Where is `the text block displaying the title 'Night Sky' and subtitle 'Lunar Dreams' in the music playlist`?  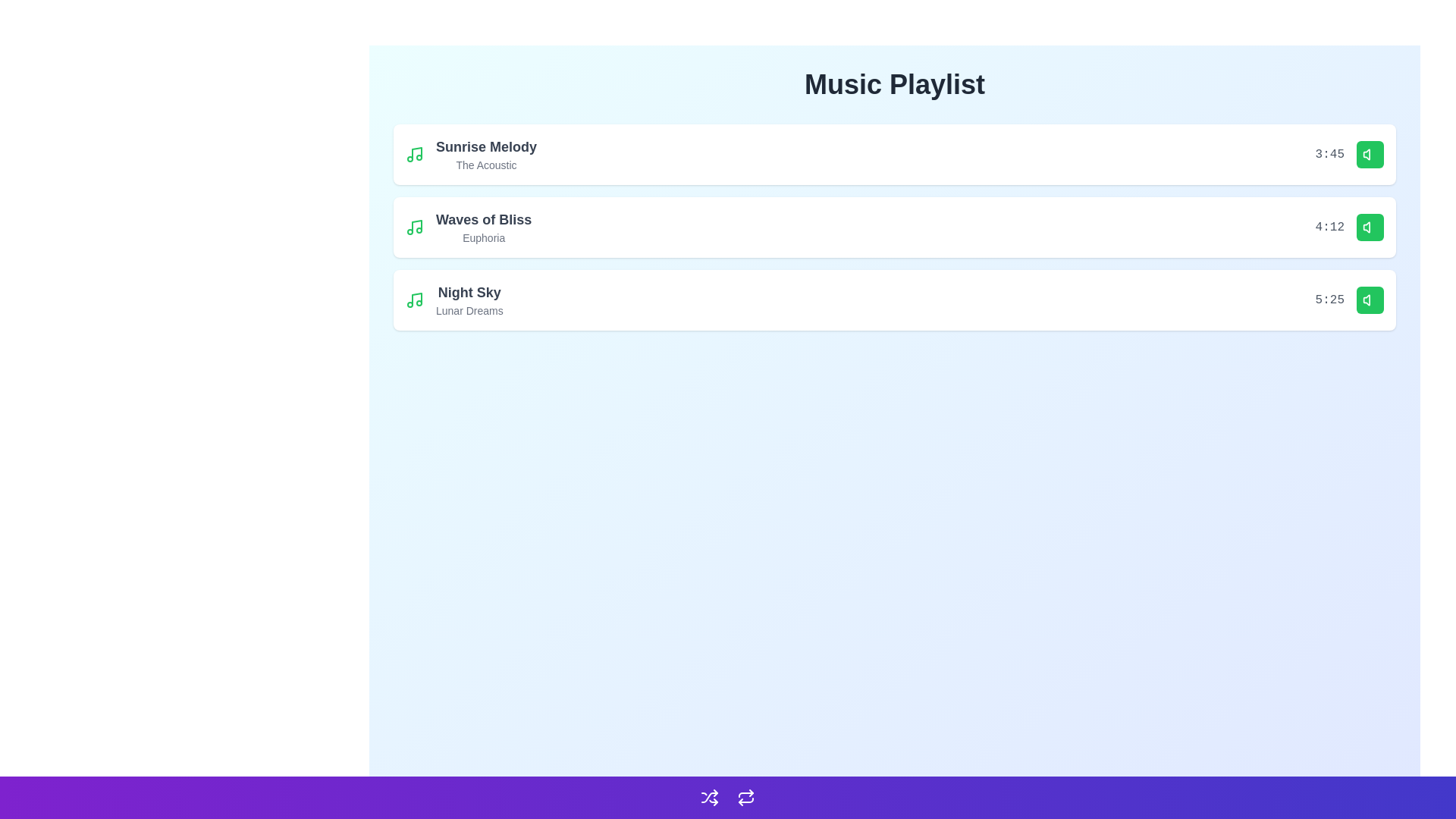
the text block displaying the title 'Night Sky' and subtitle 'Lunar Dreams' in the music playlist is located at coordinates (469, 300).